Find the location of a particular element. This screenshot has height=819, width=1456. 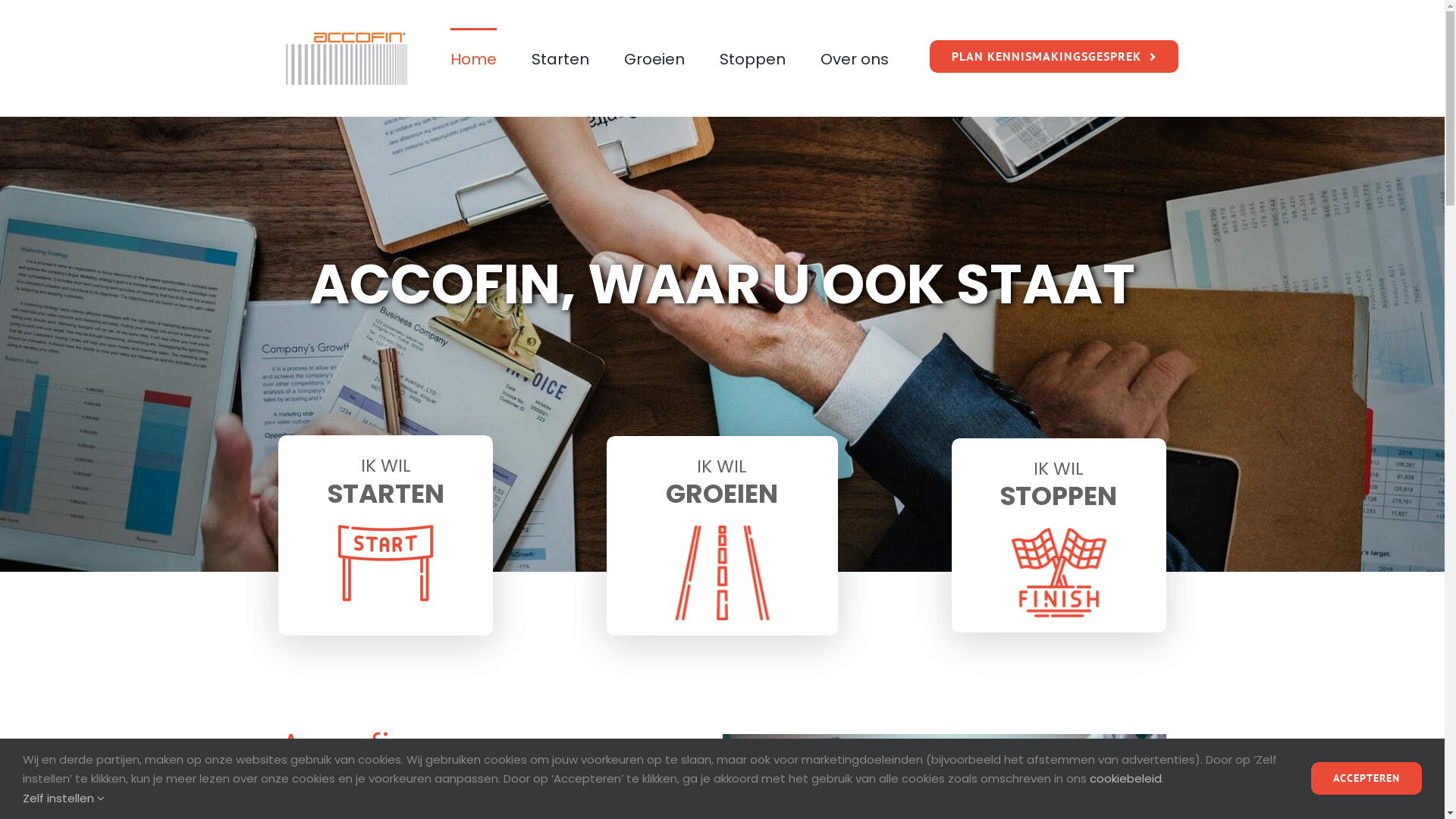

'Starten' is located at coordinates (560, 58).